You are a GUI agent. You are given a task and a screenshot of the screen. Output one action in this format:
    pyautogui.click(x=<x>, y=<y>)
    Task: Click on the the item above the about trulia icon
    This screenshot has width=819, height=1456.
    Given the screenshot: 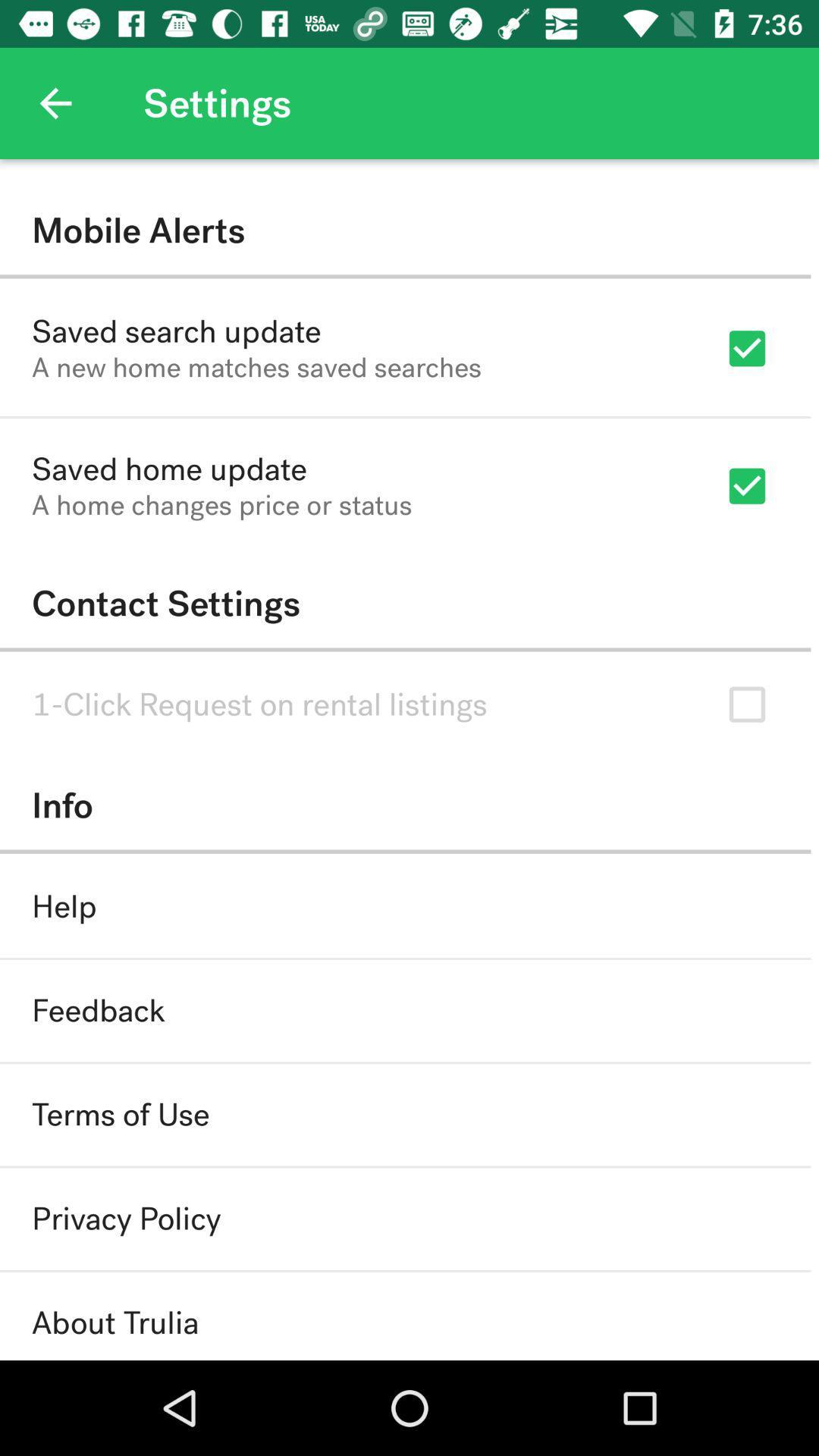 What is the action you would take?
    pyautogui.click(x=125, y=1219)
    